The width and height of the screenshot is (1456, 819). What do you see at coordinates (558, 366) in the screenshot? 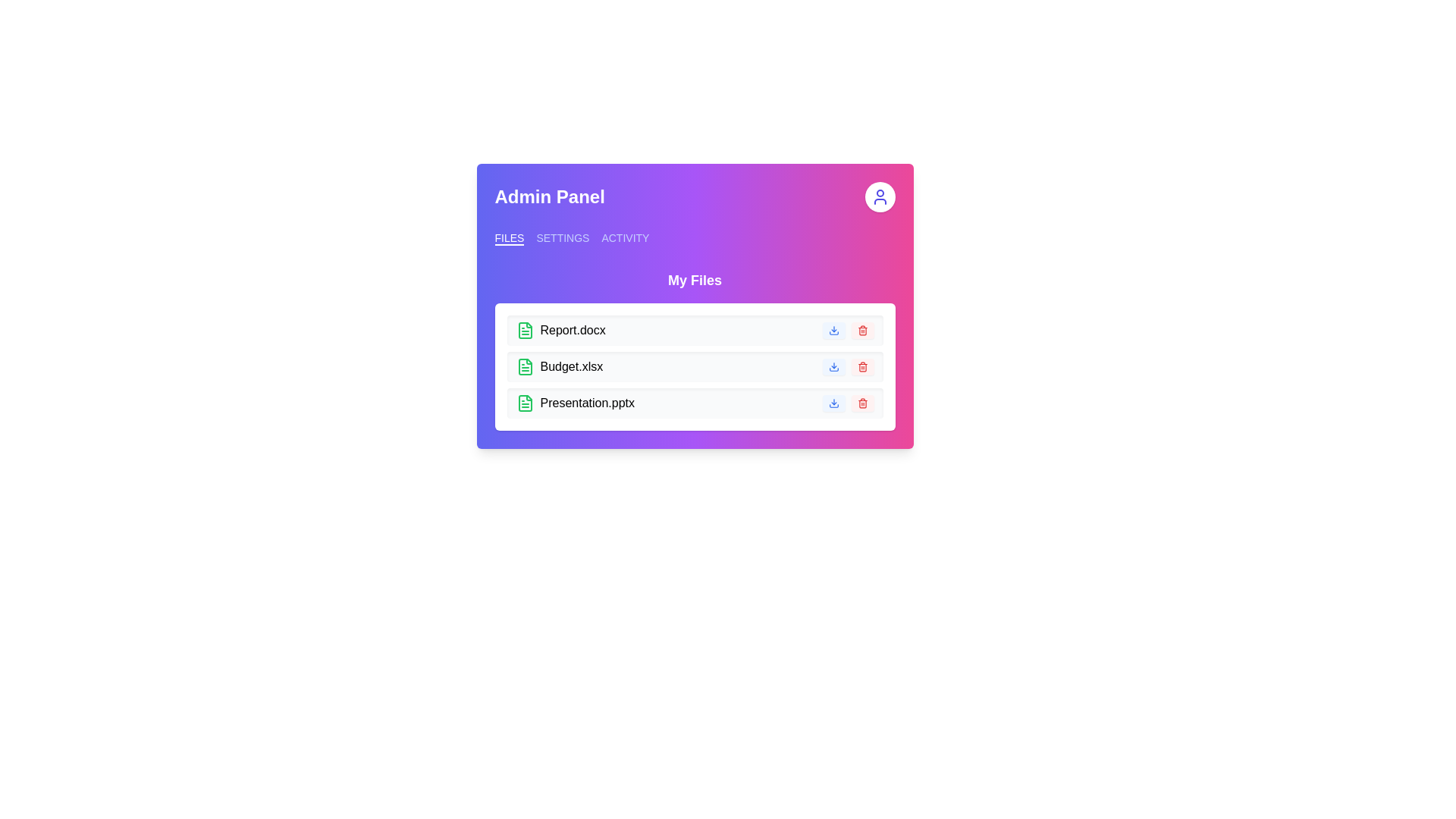
I see `on the 'Budget.xlsx' file item in the 'My Files' section` at bounding box center [558, 366].